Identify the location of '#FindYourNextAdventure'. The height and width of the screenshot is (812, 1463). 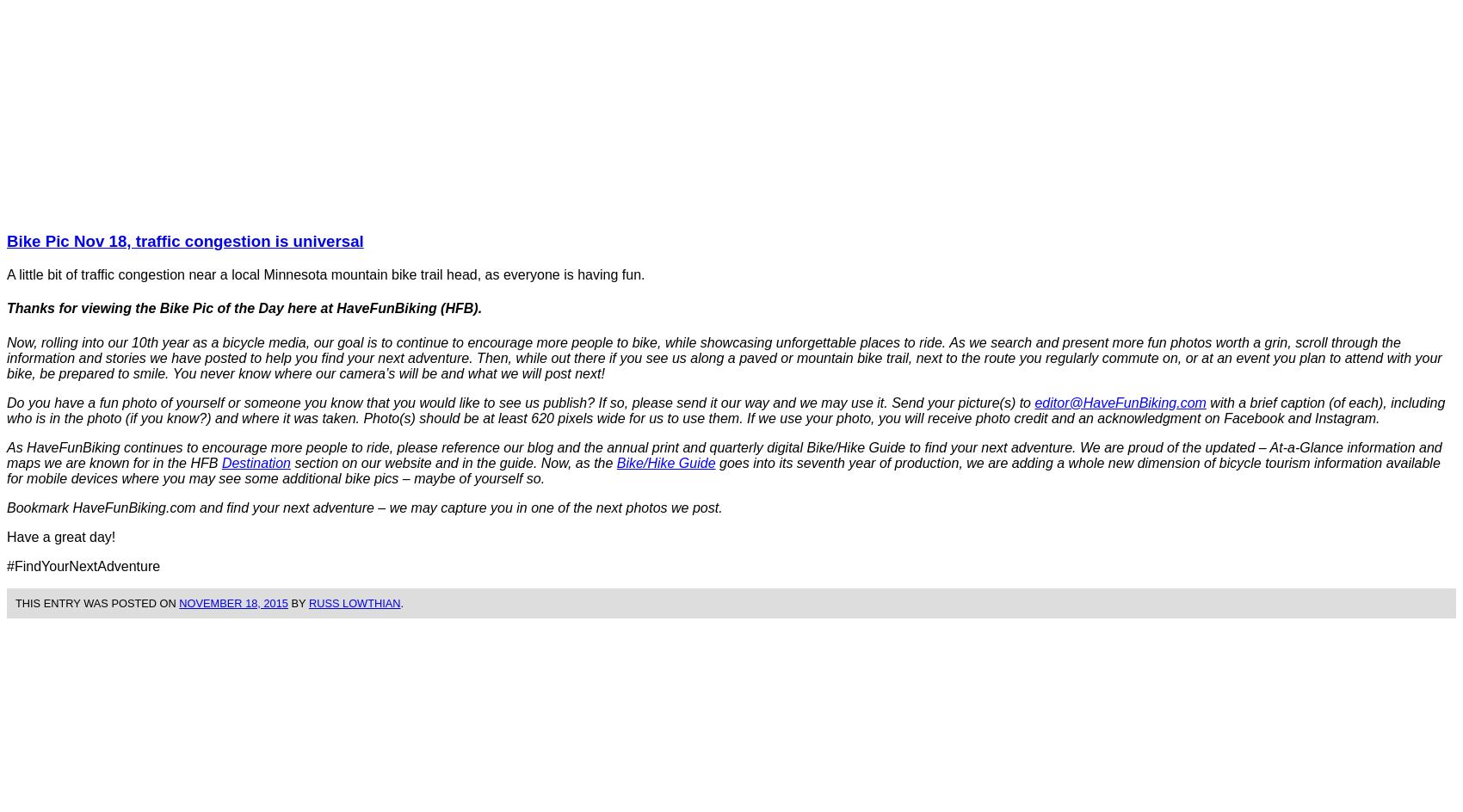
(6, 564).